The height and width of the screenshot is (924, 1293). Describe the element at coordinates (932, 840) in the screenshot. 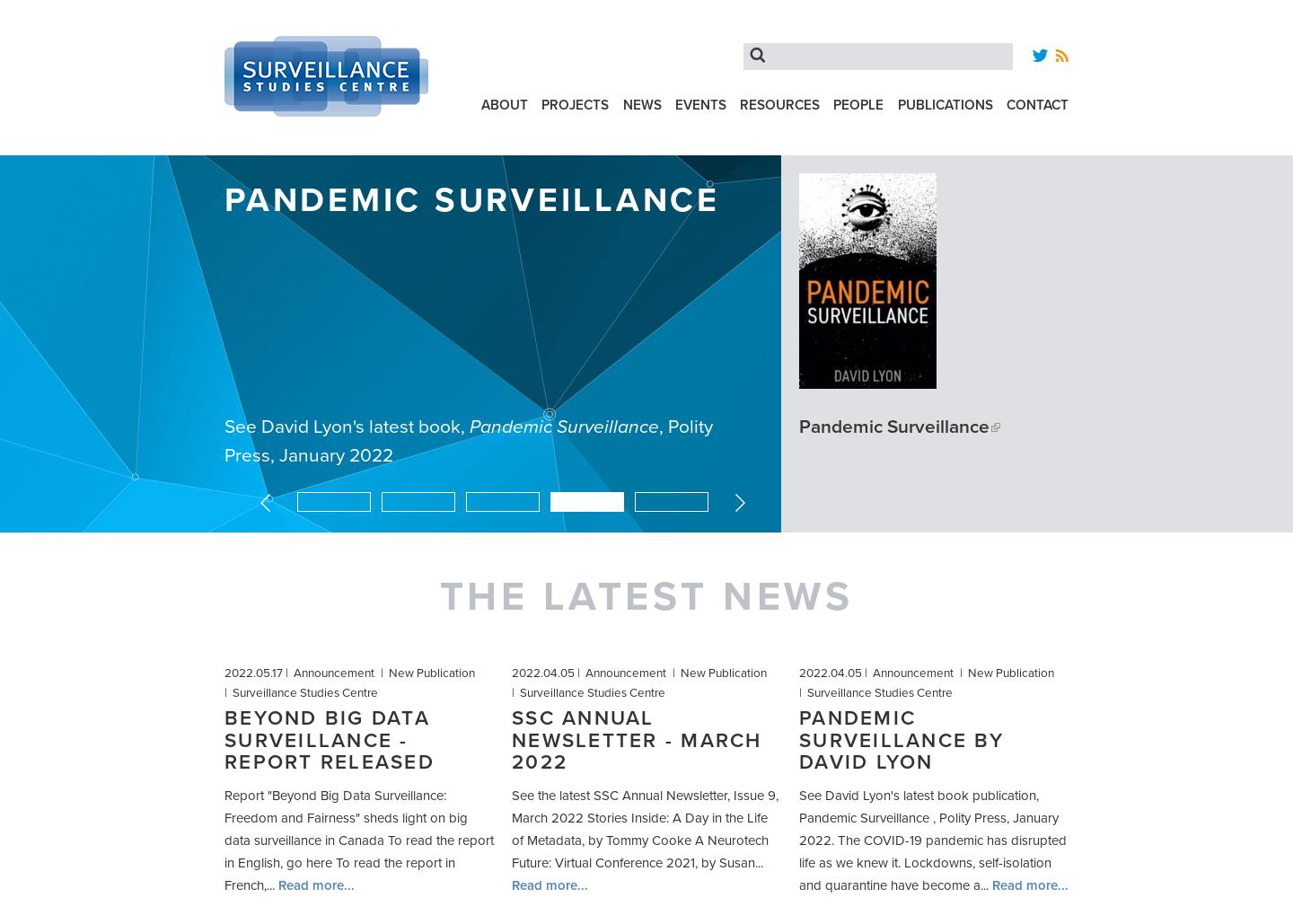

I see `'See David Lyon's latest book publication, Pandemic Surveillance , Polity Press, January 2022. The COVID-19 pandemic has disrupted life as we knew it. Lockdowns, self-isolation and quarantine have become a...'` at that location.